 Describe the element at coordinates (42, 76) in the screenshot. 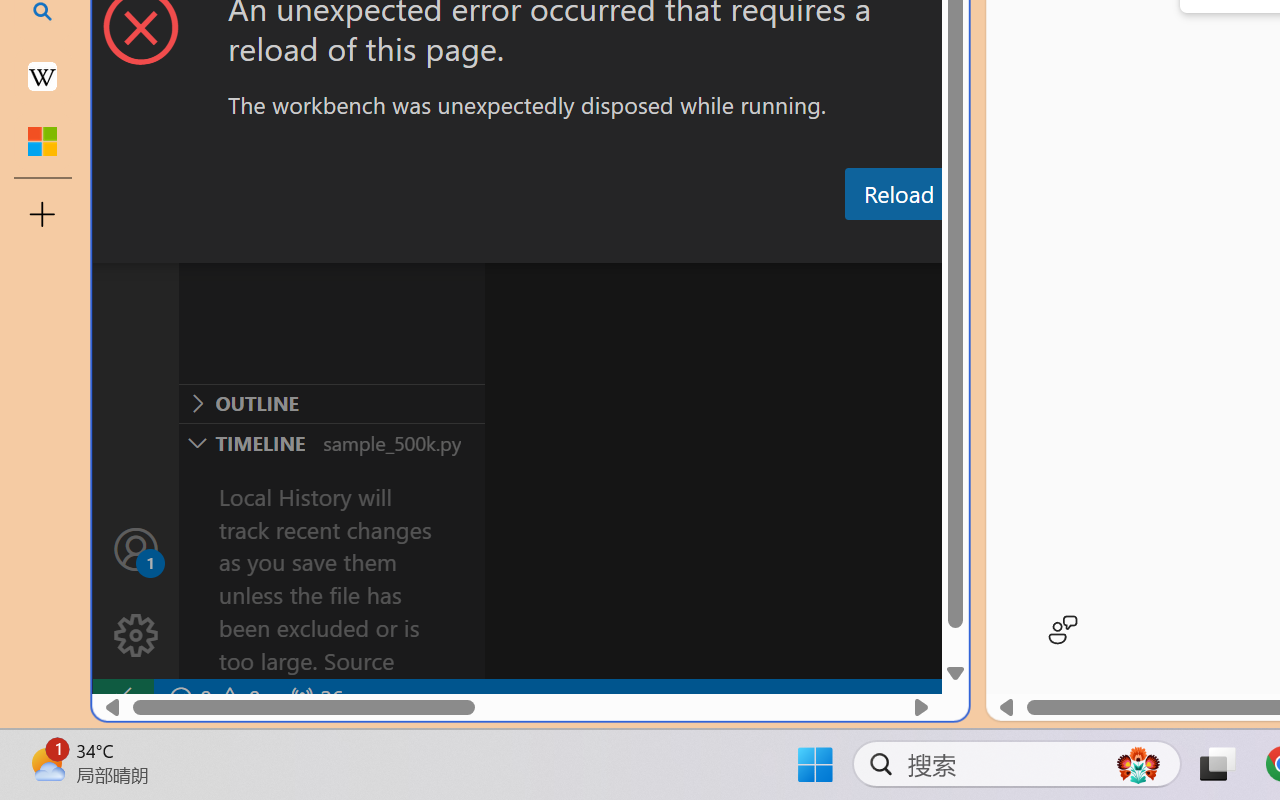

I see `'Earth - Wikipedia'` at that location.